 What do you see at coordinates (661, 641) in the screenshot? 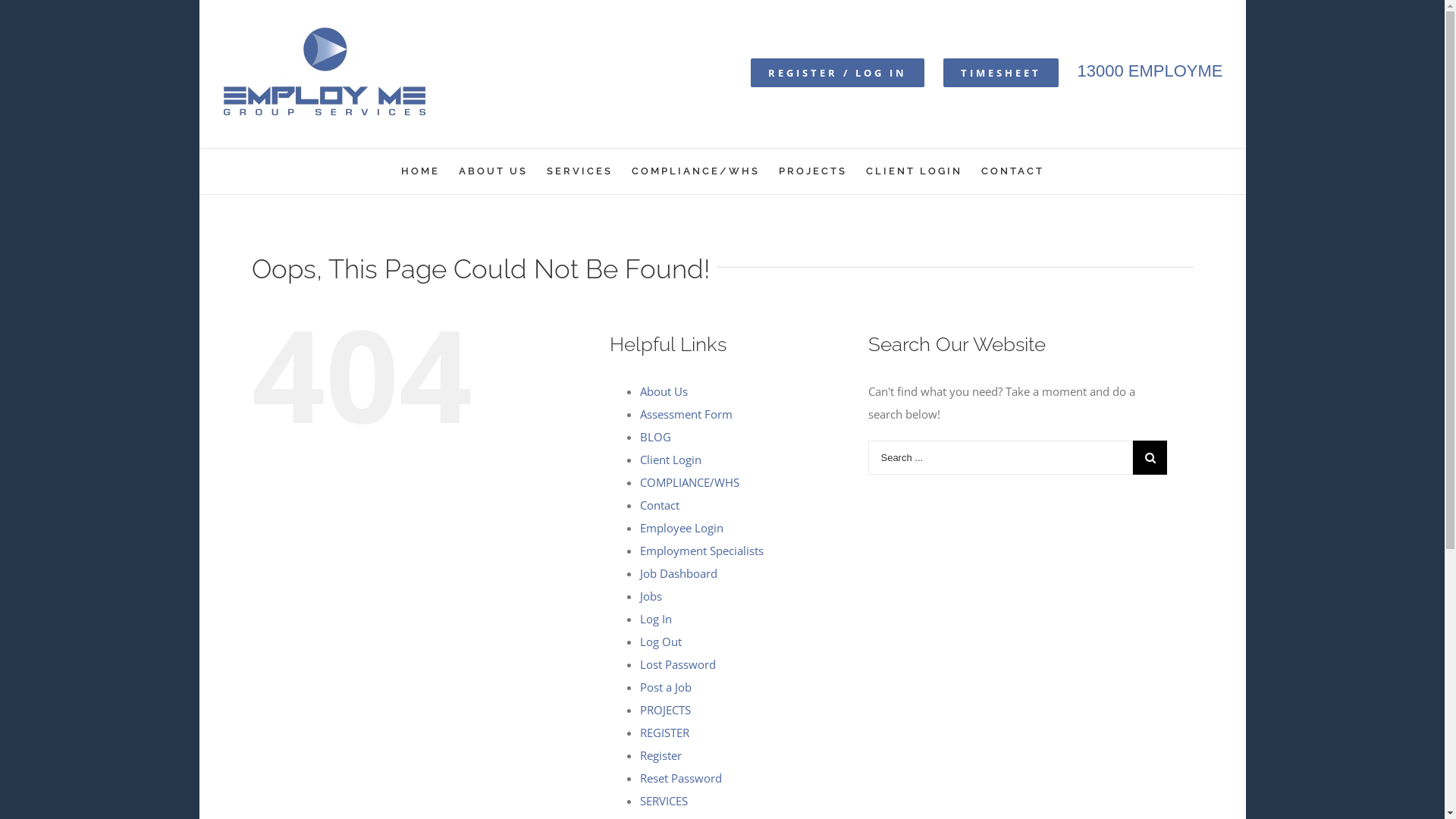
I see `'Log Out'` at bounding box center [661, 641].